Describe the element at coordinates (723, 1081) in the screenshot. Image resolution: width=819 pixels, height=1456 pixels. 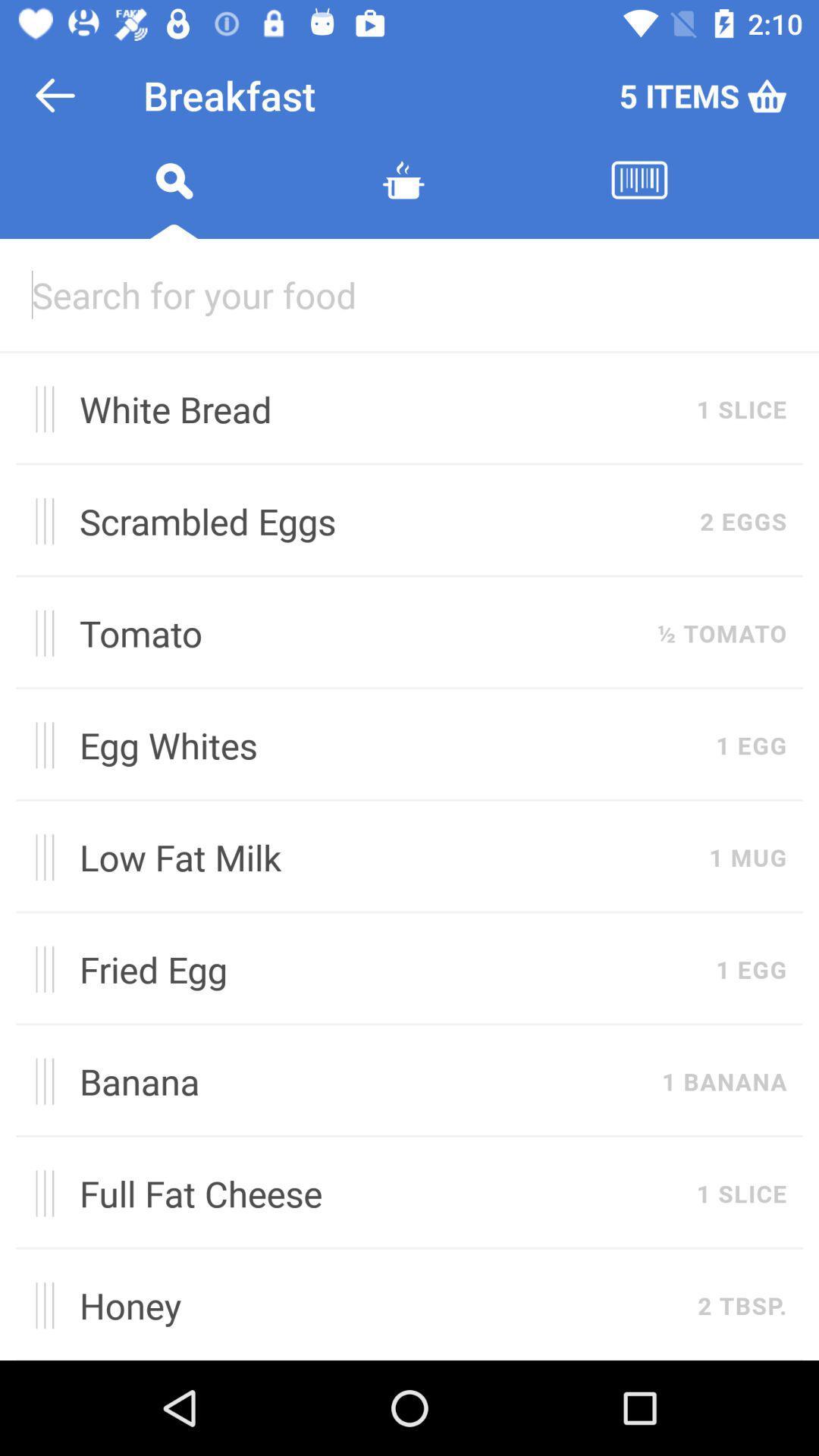
I see `1 banana` at that location.